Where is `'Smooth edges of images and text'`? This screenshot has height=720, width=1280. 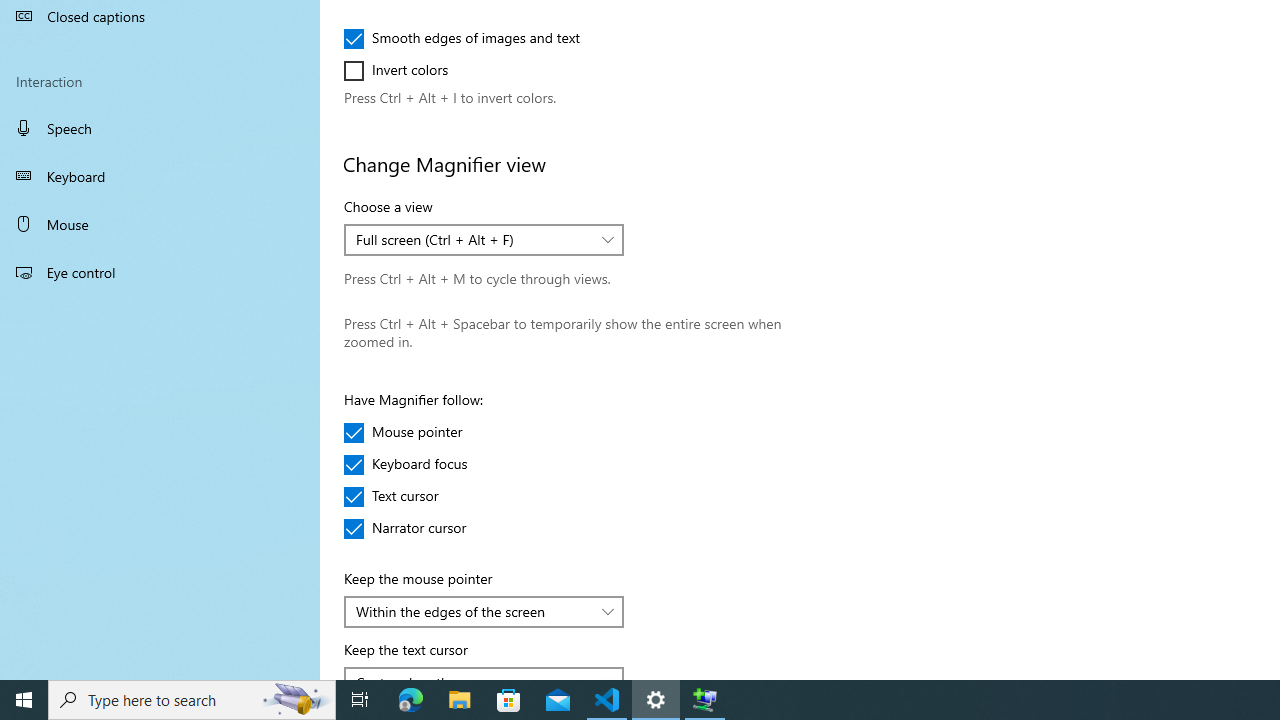 'Smooth edges of images and text' is located at coordinates (461, 38).